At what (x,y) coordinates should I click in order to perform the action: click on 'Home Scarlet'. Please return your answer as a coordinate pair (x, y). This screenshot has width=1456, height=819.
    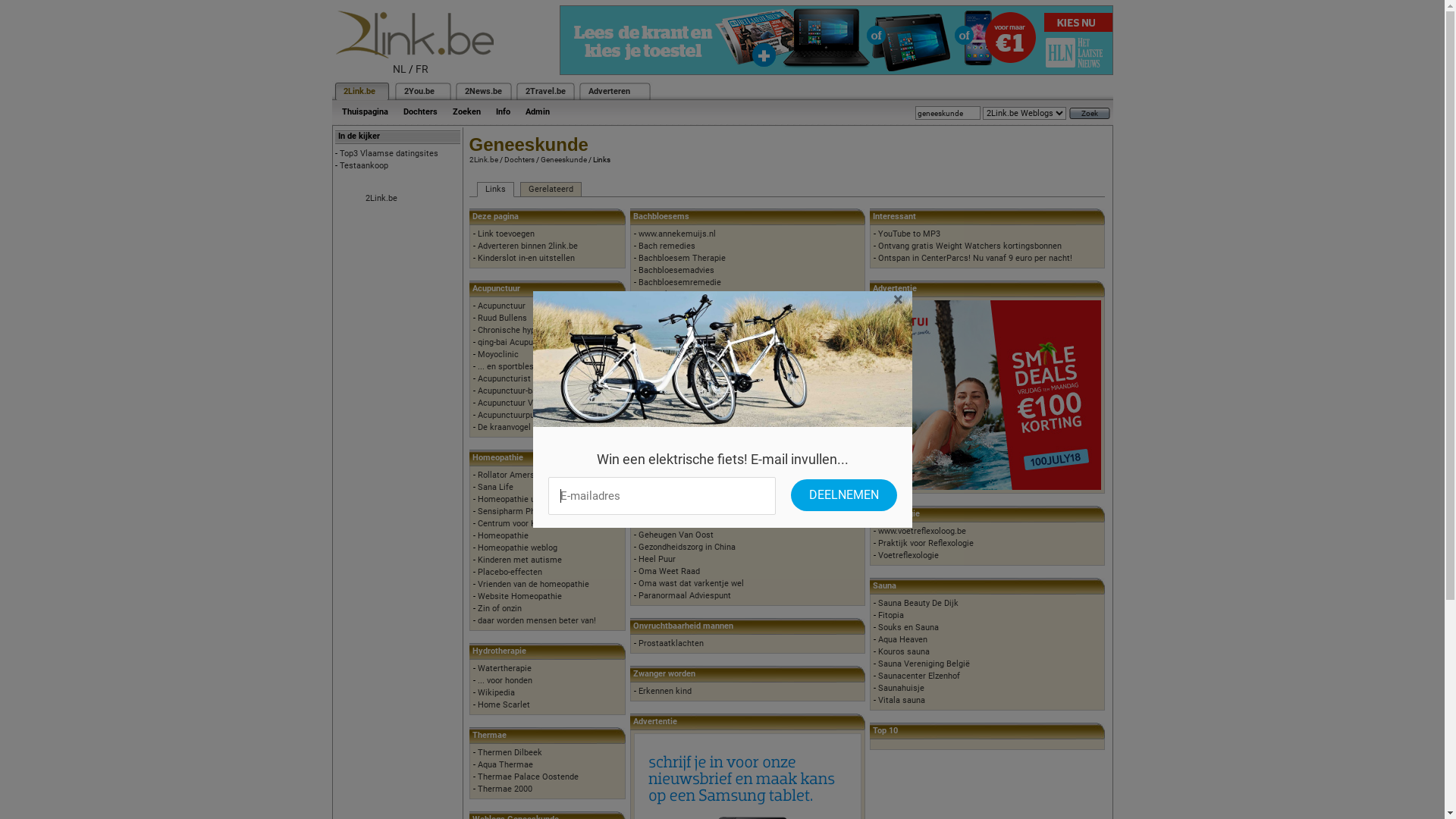
    Looking at the image, I should click on (476, 704).